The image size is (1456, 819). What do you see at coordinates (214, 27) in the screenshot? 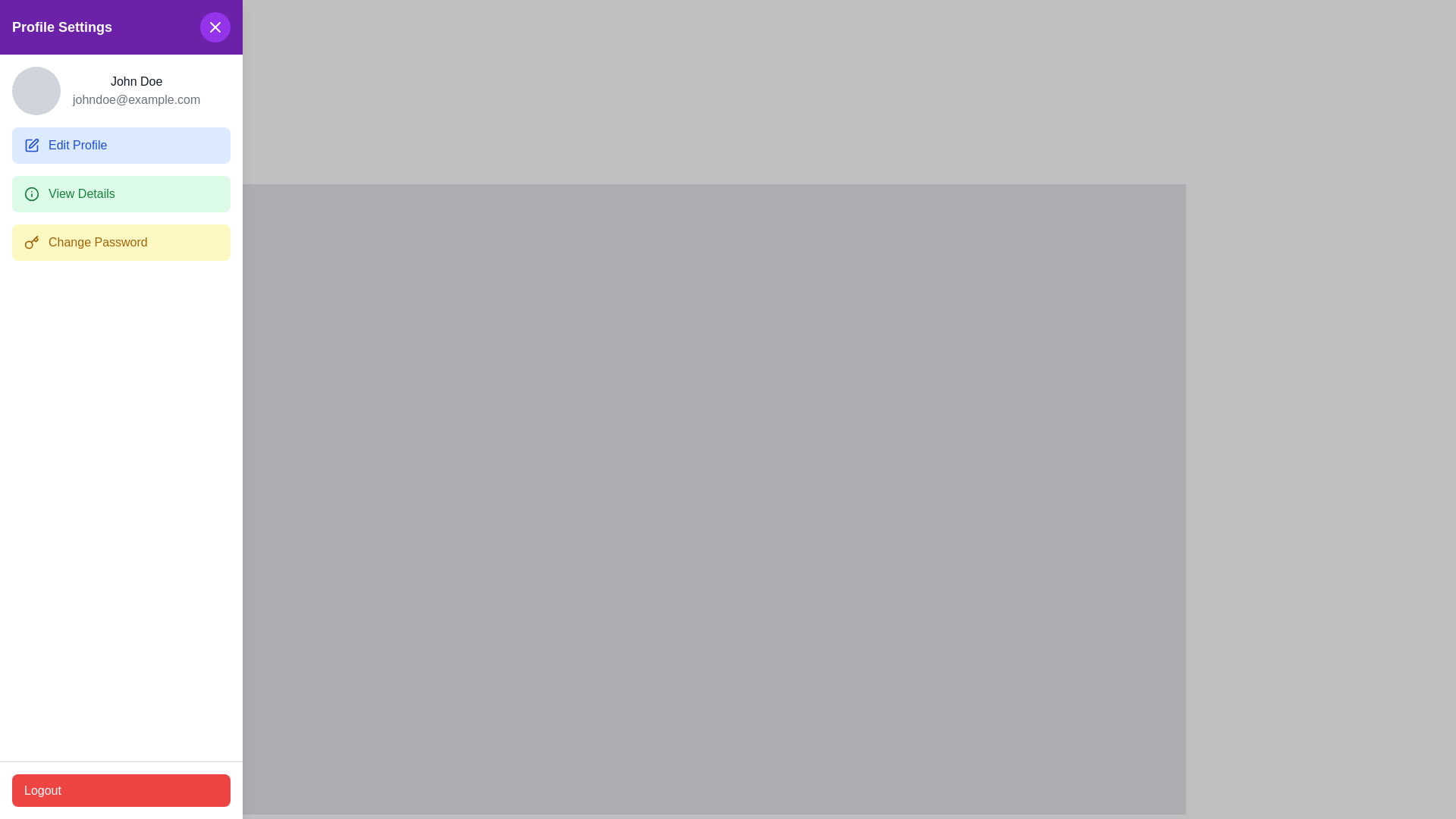
I see `the close icon located at the top-right corner of the 'Profile Settings' panel to potentially view additional information` at bounding box center [214, 27].